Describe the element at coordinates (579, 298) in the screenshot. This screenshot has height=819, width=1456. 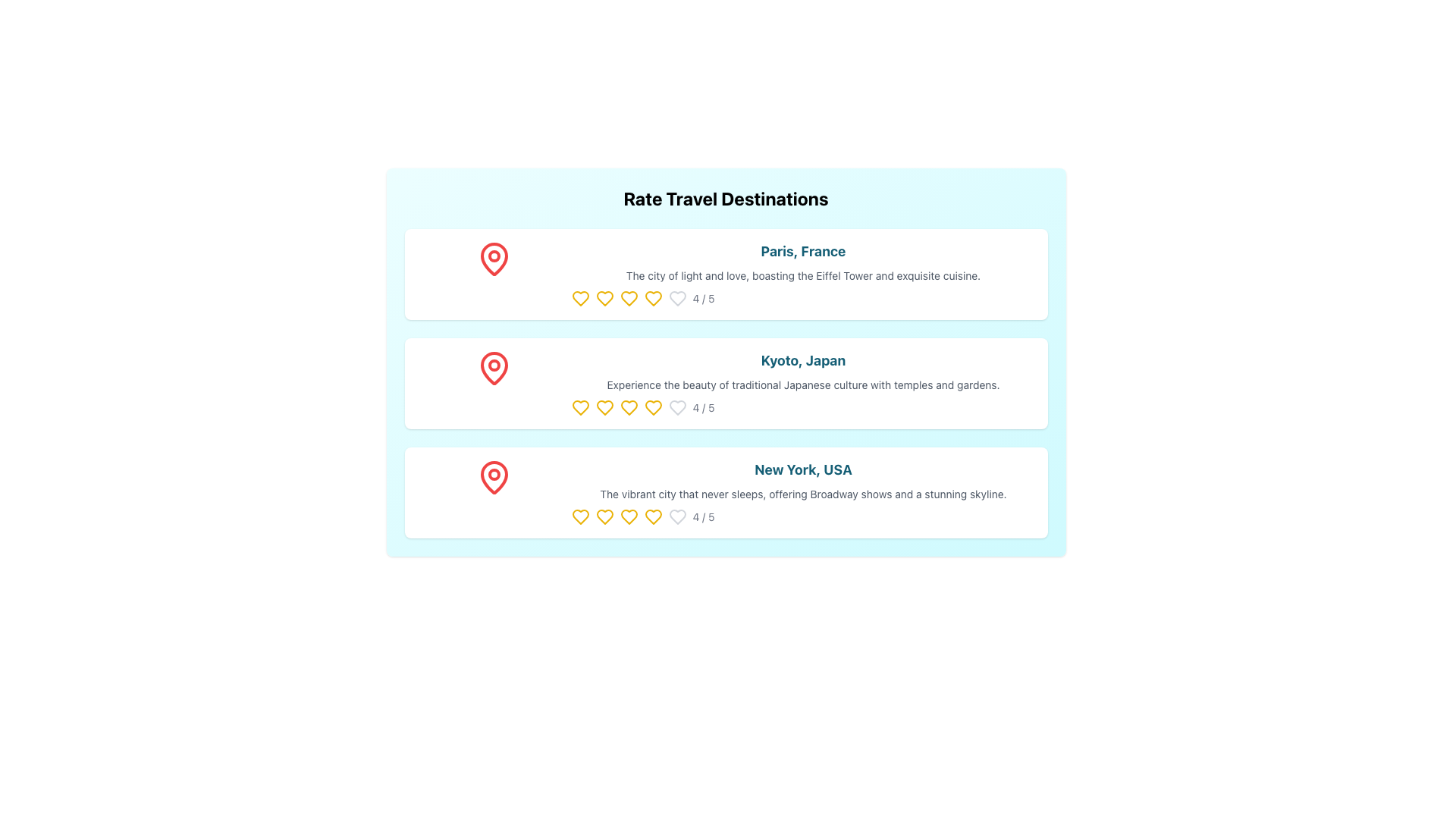
I see `the first yellow heart-shaped rating icon under 'Paris, France'` at that location.